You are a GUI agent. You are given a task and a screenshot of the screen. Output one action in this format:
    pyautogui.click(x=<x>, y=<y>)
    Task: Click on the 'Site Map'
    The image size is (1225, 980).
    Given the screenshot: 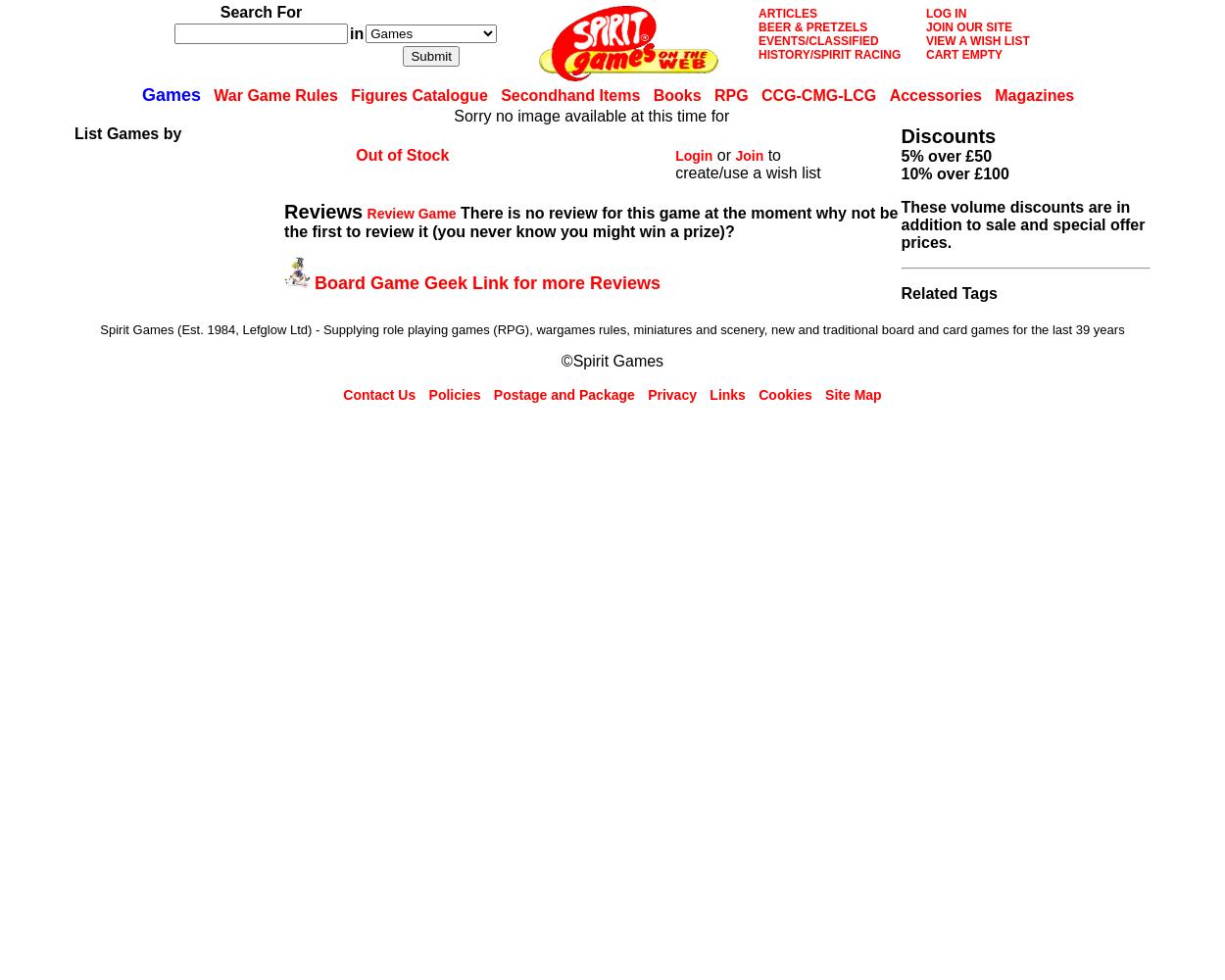 What is the action you would take?
    pyautogui.click(x=852, y=395)
    